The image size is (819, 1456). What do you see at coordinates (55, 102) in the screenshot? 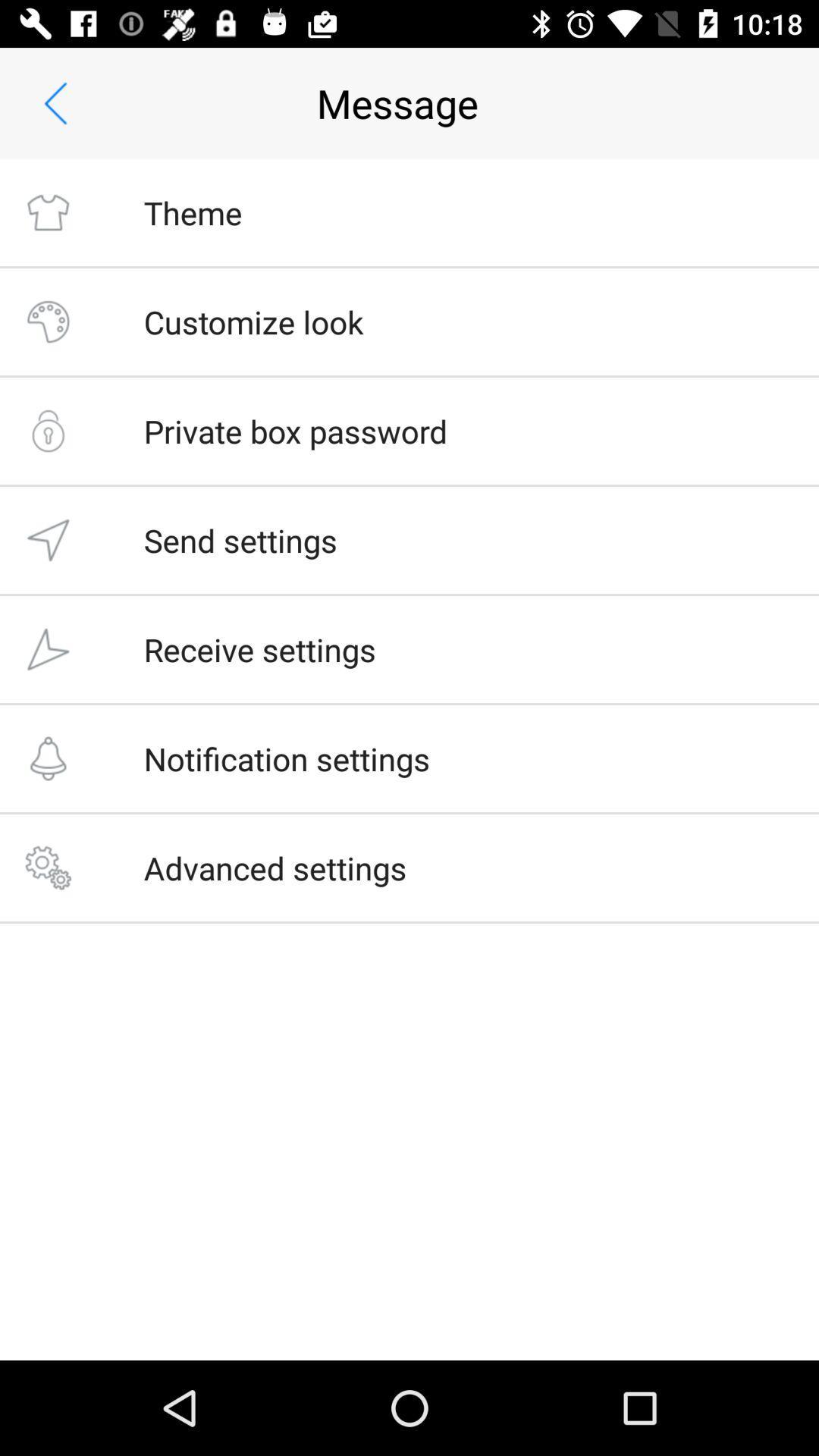
I see `the app to the left of message app` at bounding box center [55, 102].